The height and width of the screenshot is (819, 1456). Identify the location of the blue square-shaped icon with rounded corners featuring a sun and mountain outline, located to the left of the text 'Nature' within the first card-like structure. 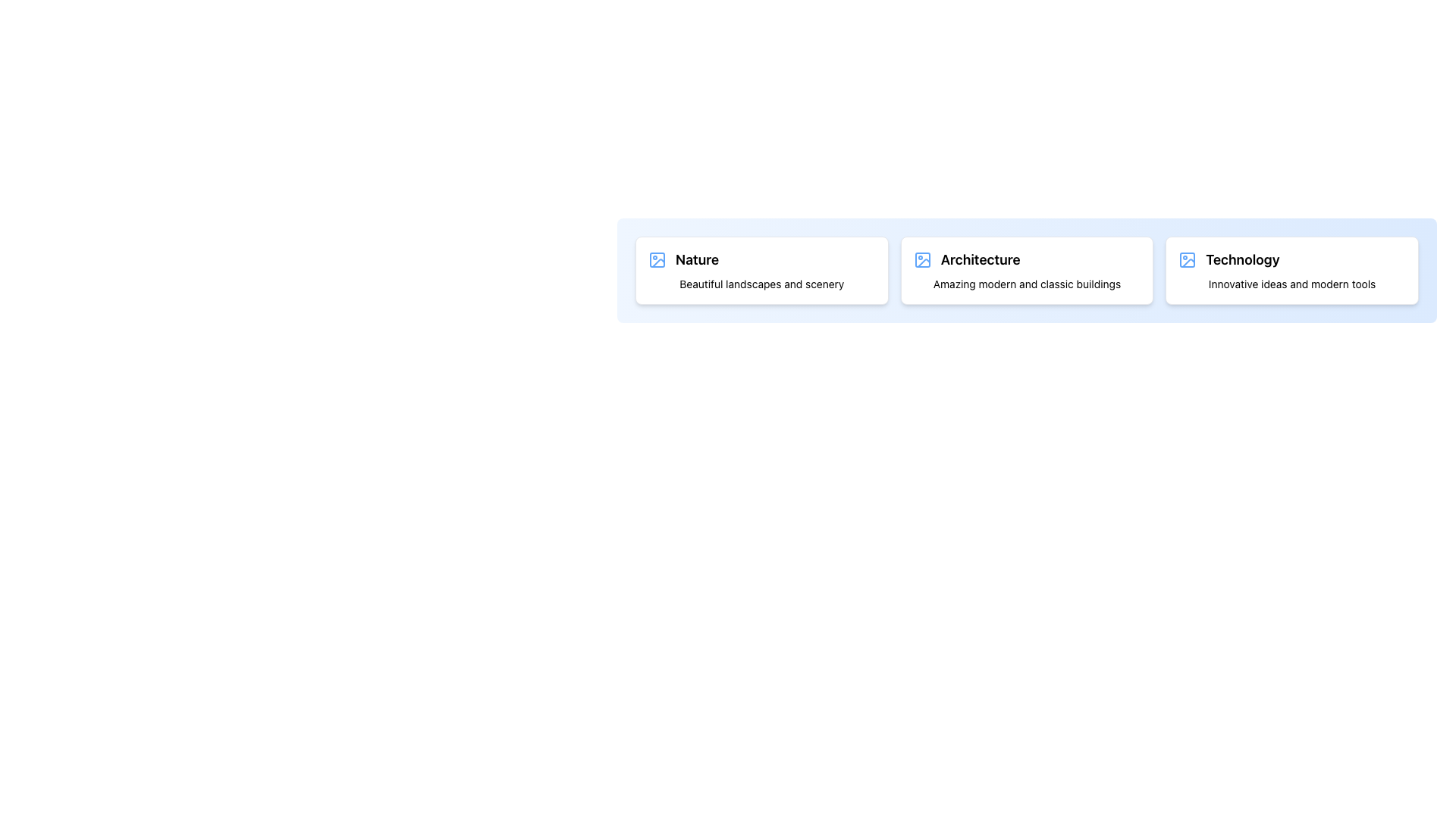
(657, 259).